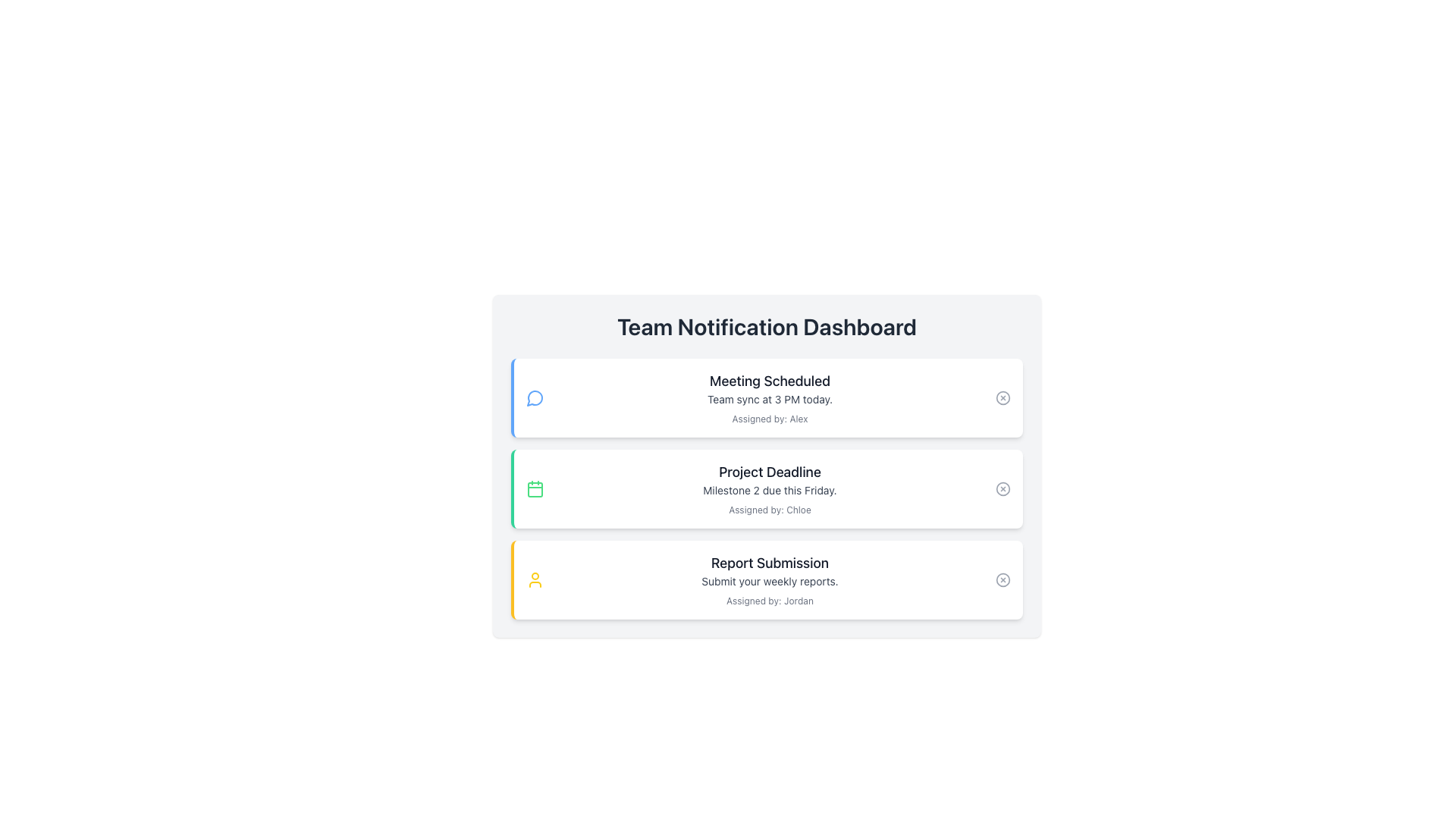  Describe the element at coordinates (1003, 579) in the screenshot. I see `the close button located at the top-right corner of the 'Report Submission' notification card` at that location.